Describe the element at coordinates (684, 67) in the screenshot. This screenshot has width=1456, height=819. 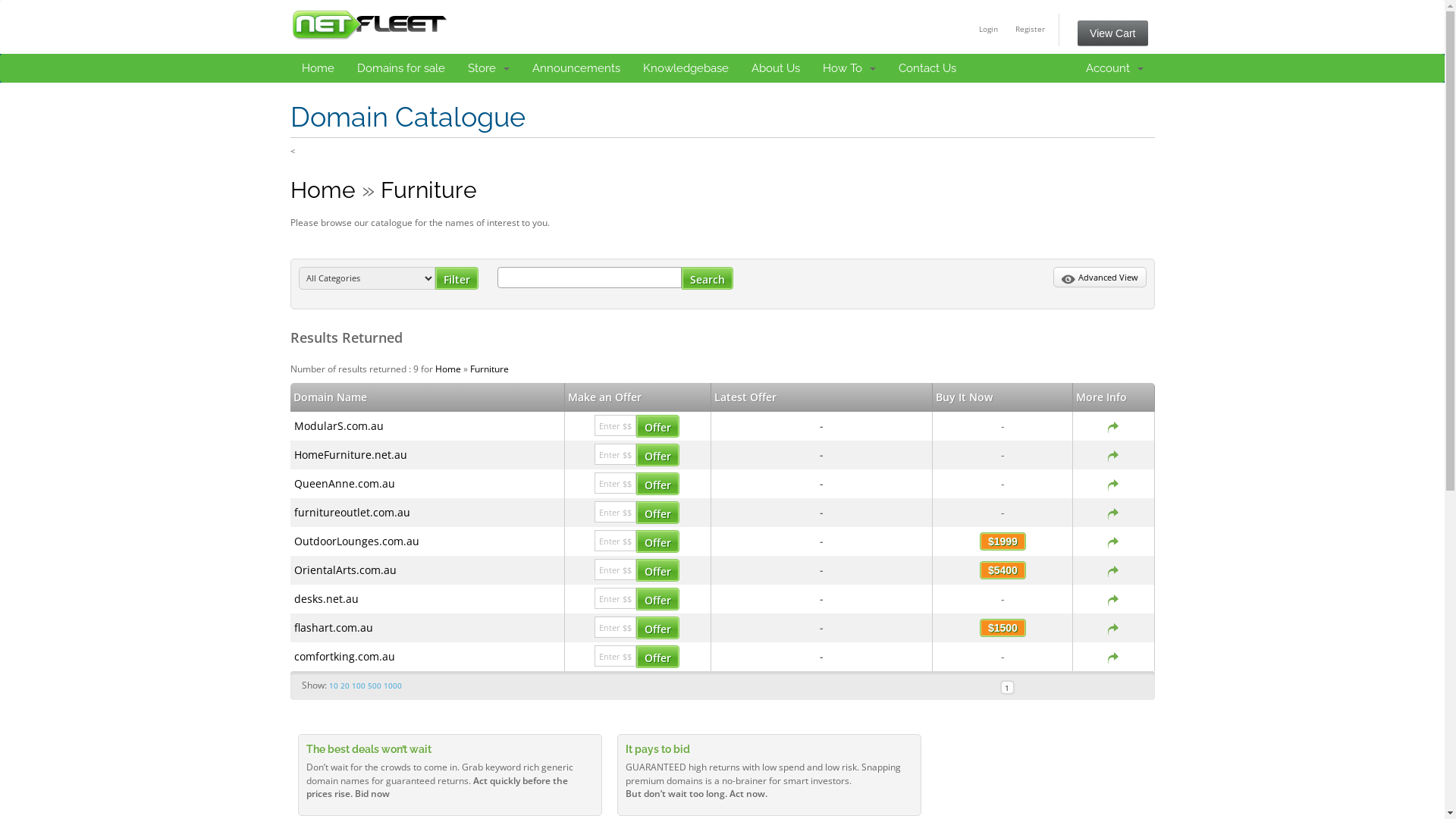
I see `'Knowledgebase'` at that location.